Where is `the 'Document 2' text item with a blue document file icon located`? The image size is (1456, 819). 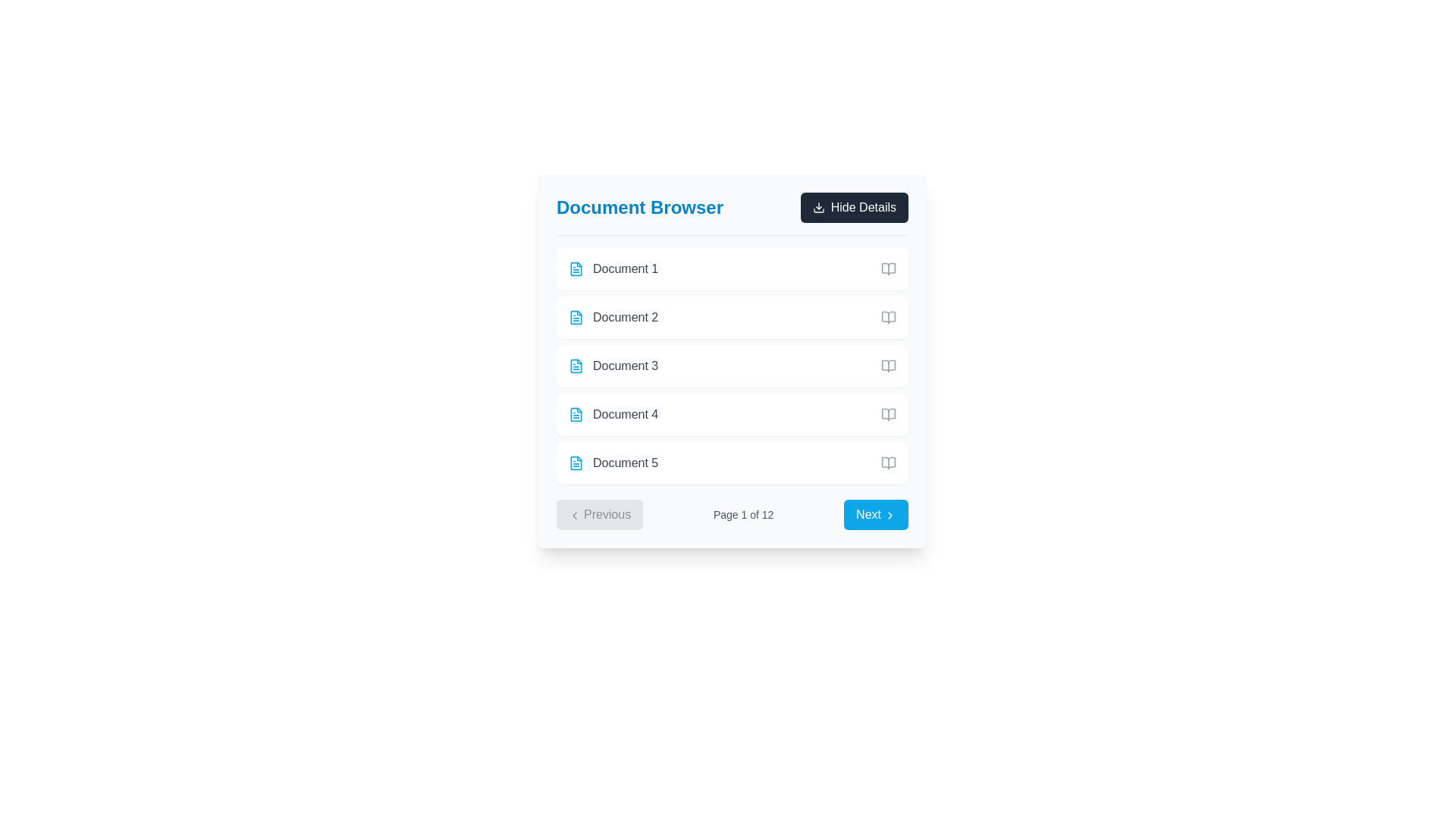 the 'Document 2' text item with a blue document file icon located is located at coordinates (613, 317).